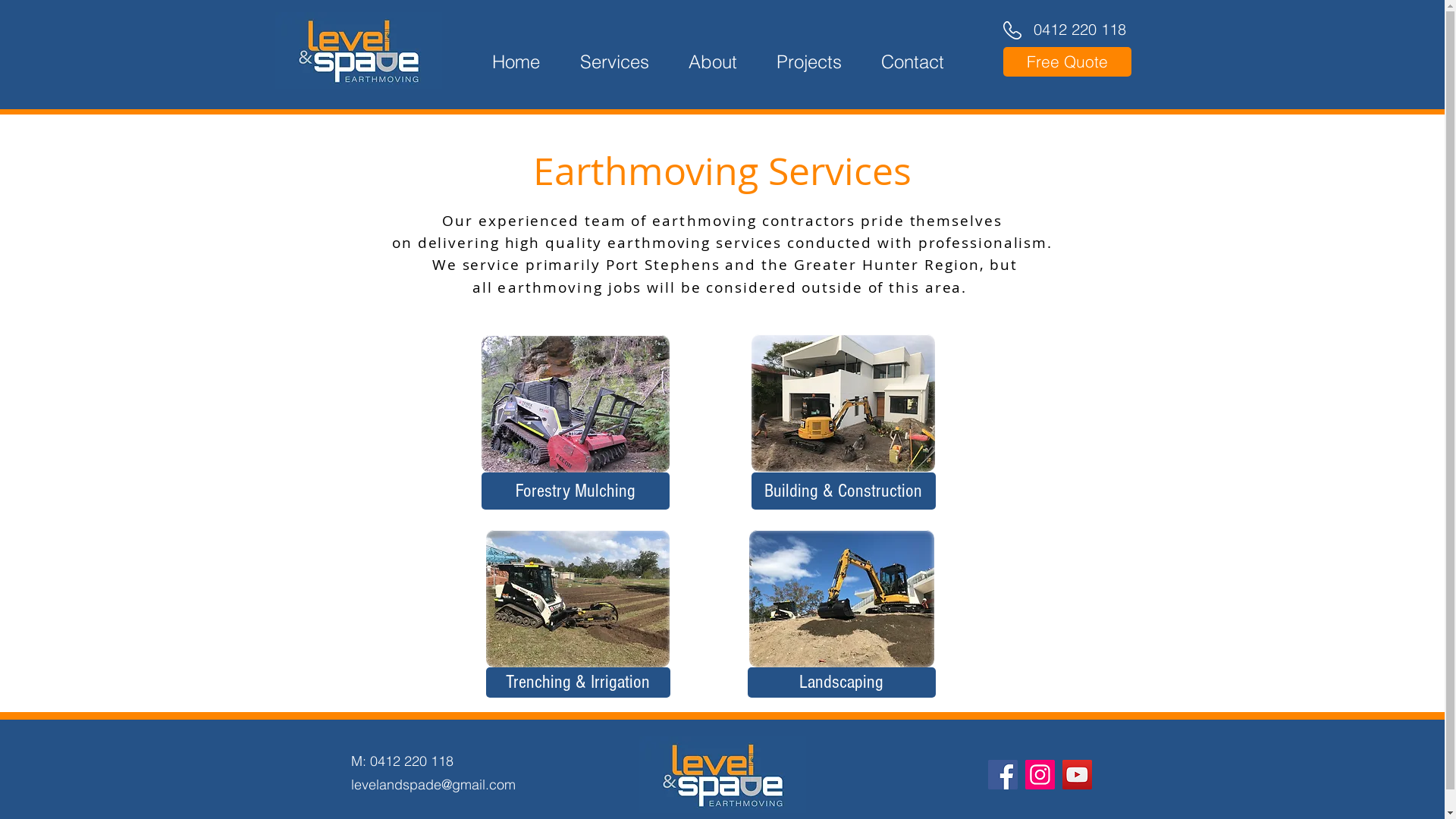 The height and width of the screenshot is (819, 1456). I want to click on 'Bannisters Soldiers Point Turf Preparation', so click(840, 598).